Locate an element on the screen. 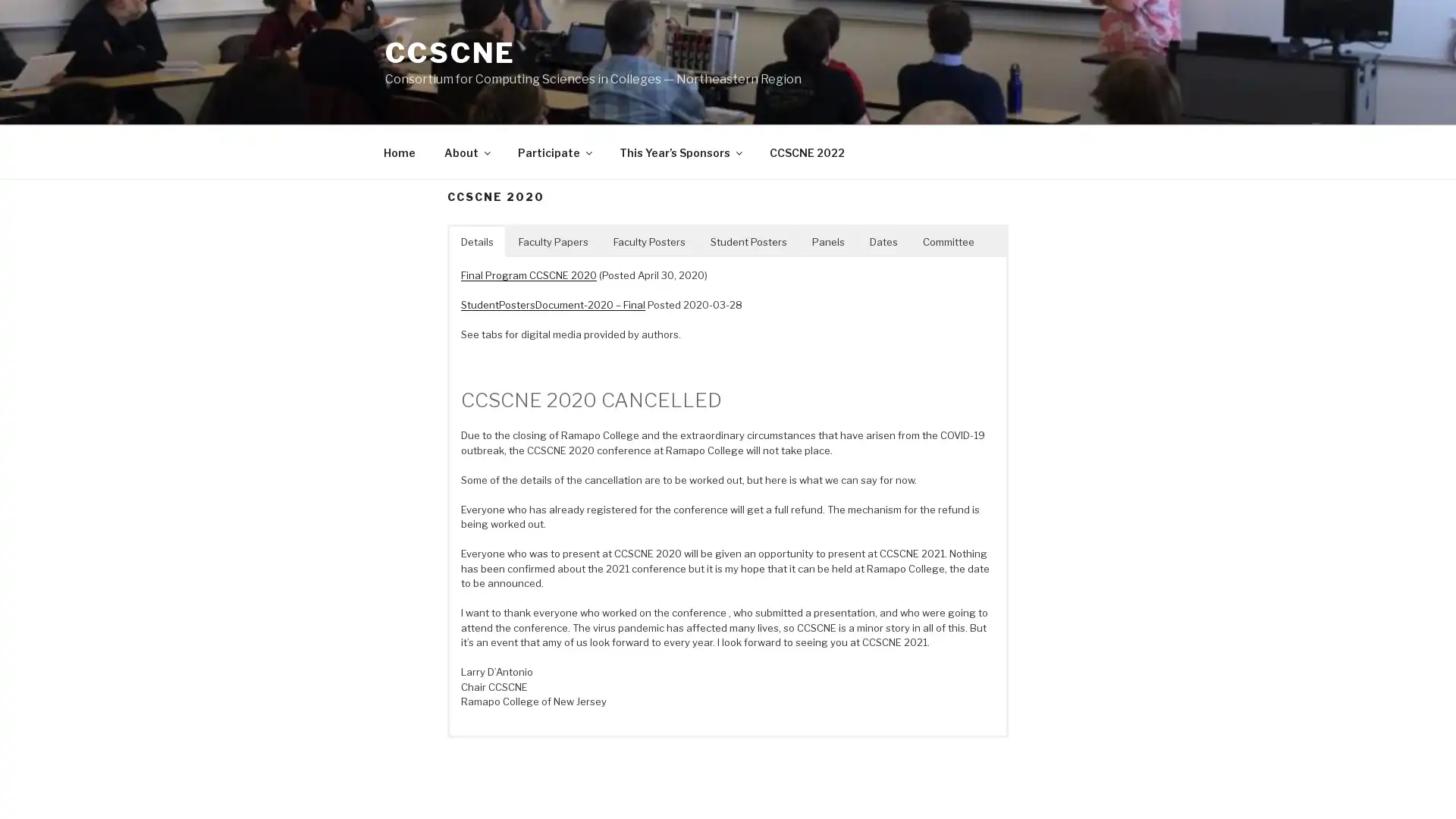 The height and width of the screenshot is (819, 1456). Committee is located at coordinates (948, 240).